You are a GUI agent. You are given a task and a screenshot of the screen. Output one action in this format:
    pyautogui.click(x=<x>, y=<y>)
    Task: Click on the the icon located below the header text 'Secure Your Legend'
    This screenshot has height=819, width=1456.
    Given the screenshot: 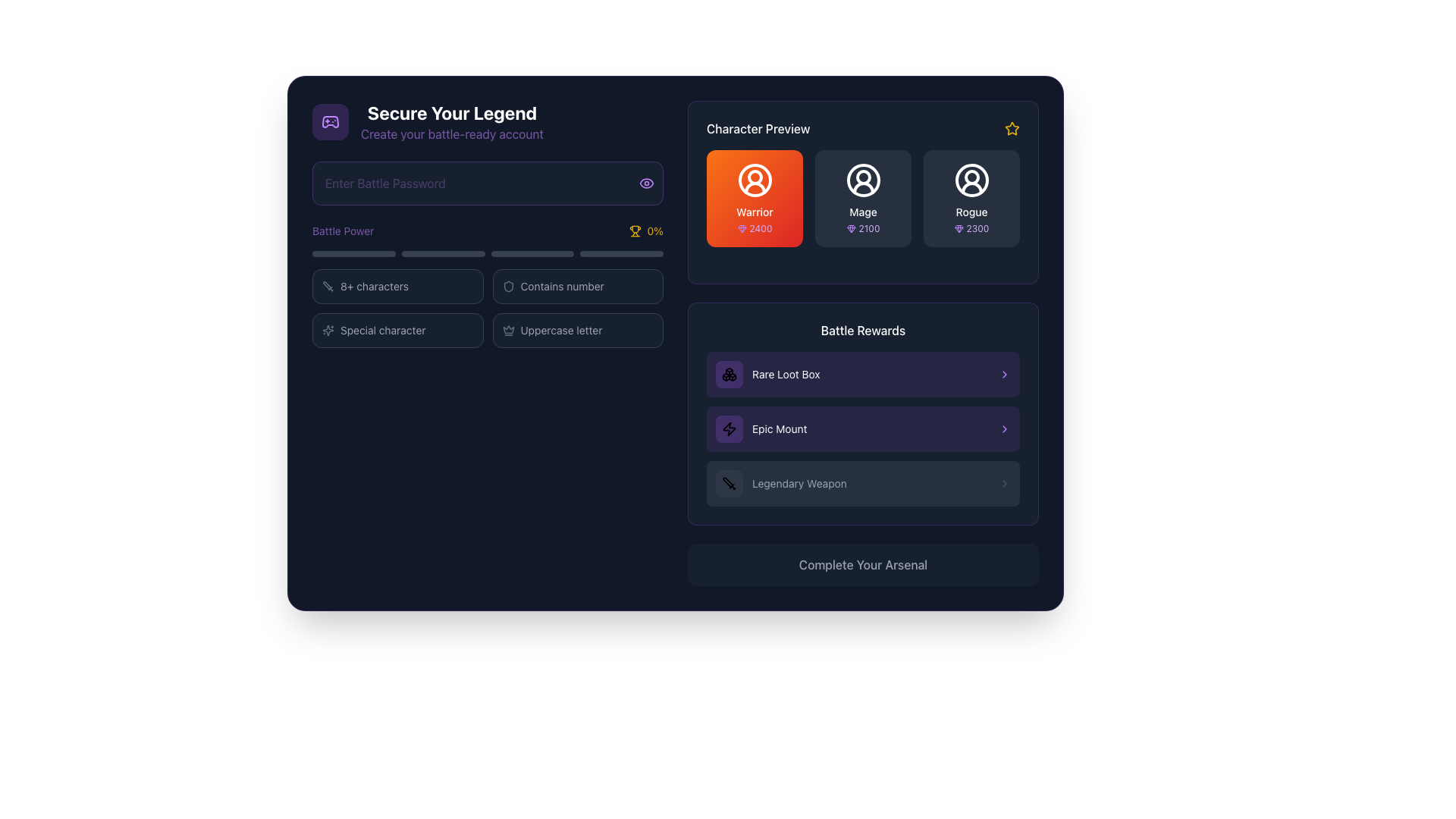 What is the action you would take?
    pyautogui.click(x=330, y=121)
    